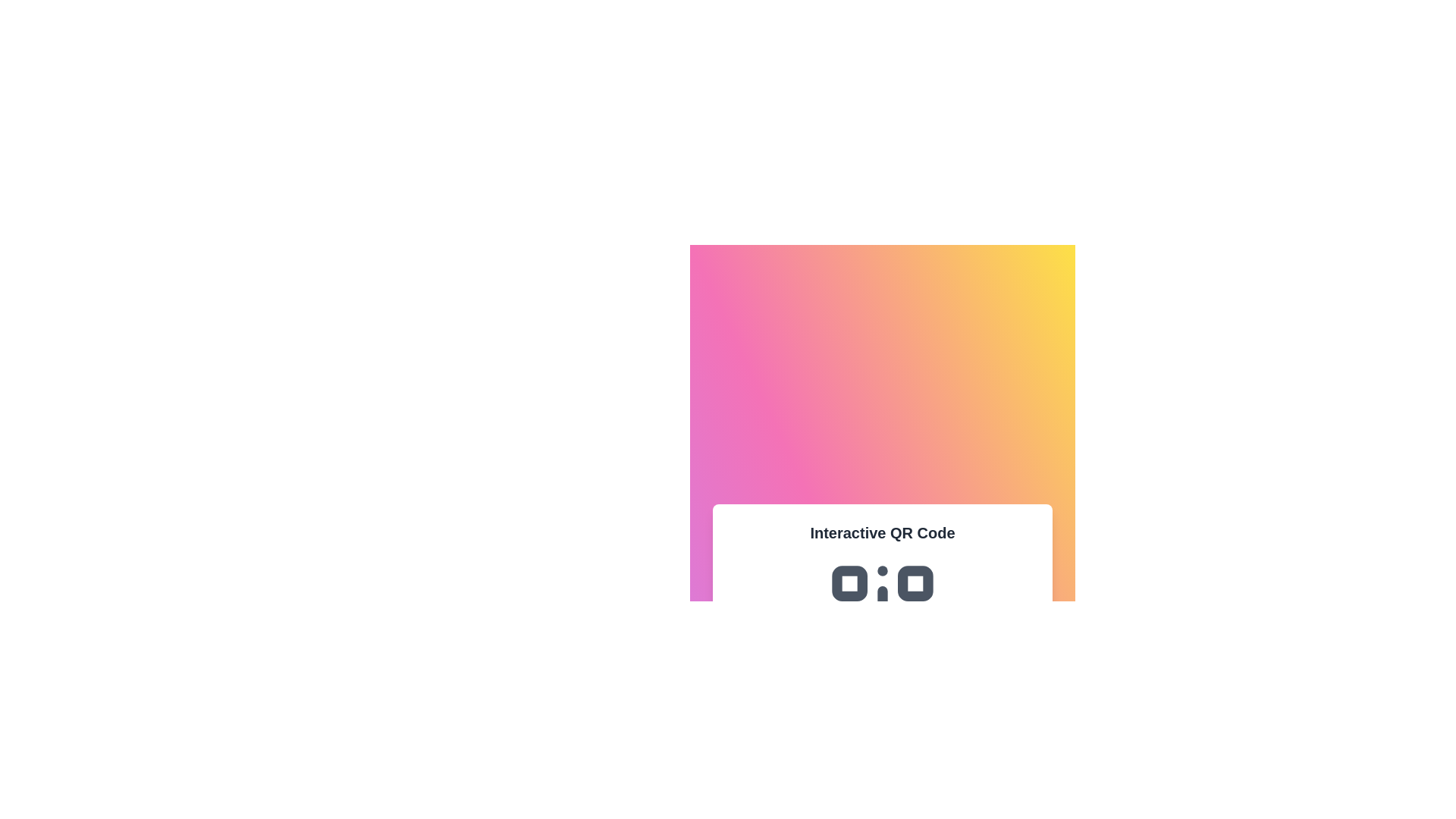 The width and height of the screenshot is (1456, 819). I want to click on the small square-shaped graphical component with rounded corners, located at the top right corner of the QR code within the 'Interactive QR Code' card interface, so click(915, 582).